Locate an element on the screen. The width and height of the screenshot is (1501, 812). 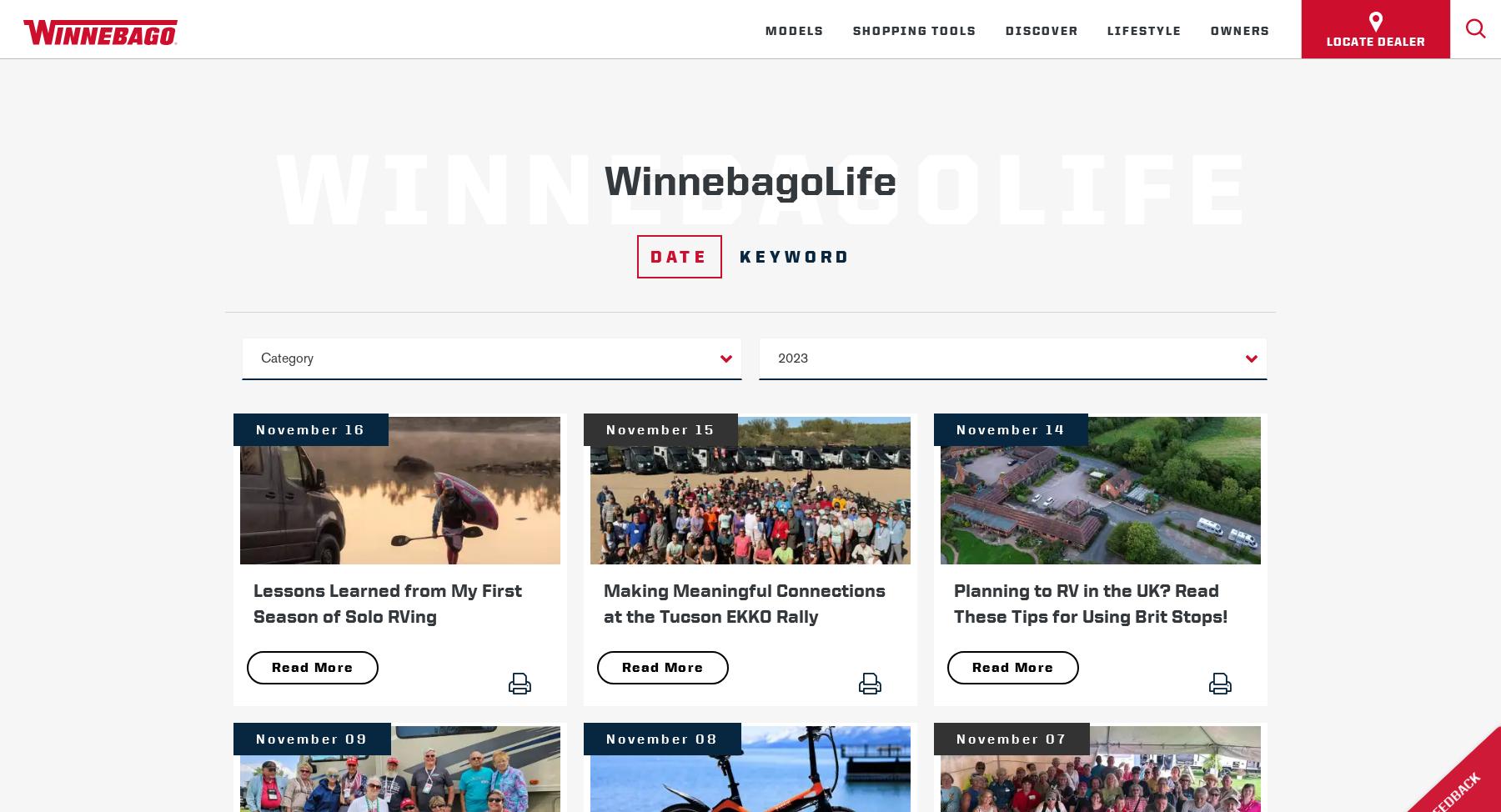
'Discover' is located at coordinates (1041, 30).